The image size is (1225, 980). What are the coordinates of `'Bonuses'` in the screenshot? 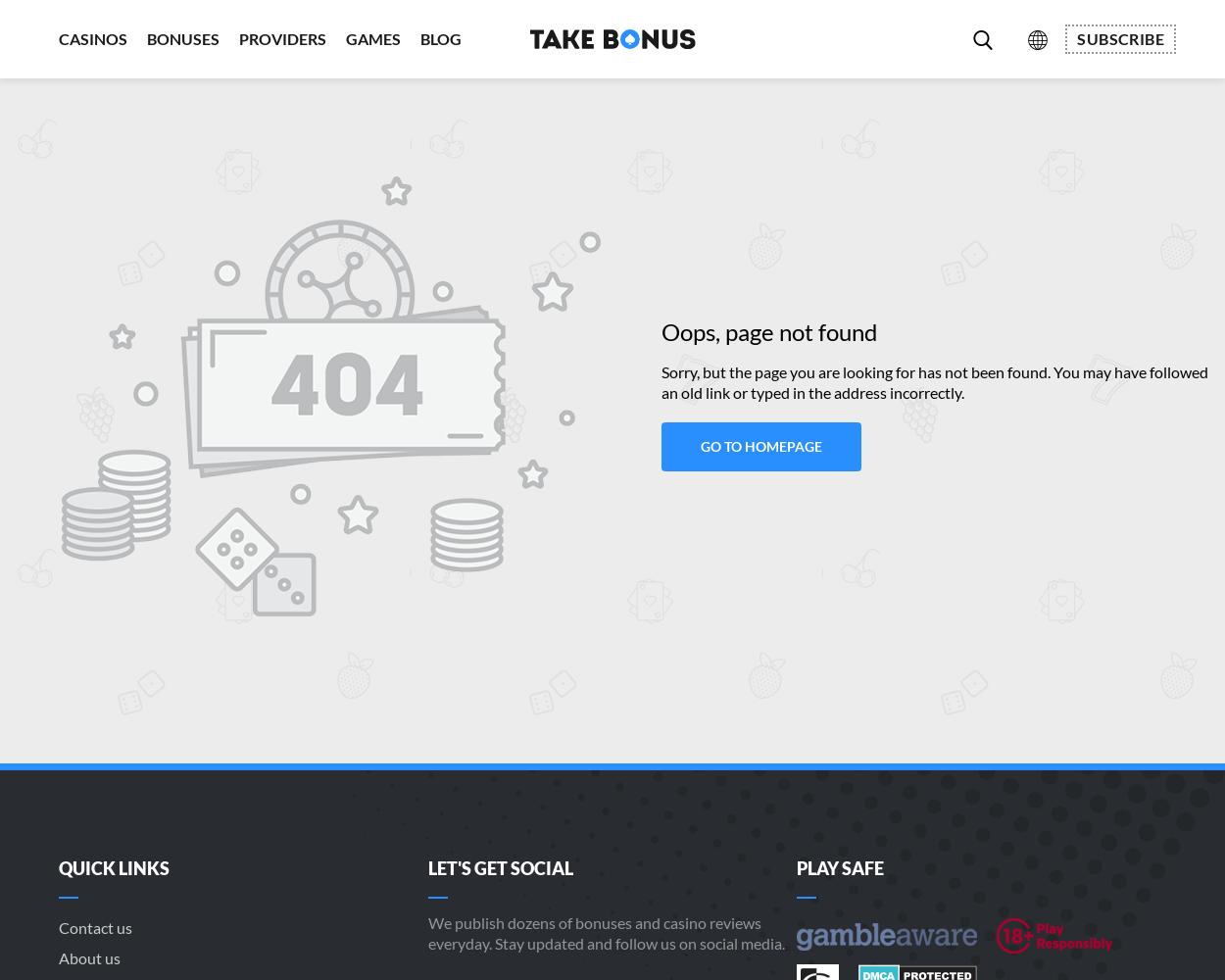 It's located at (183, 38).